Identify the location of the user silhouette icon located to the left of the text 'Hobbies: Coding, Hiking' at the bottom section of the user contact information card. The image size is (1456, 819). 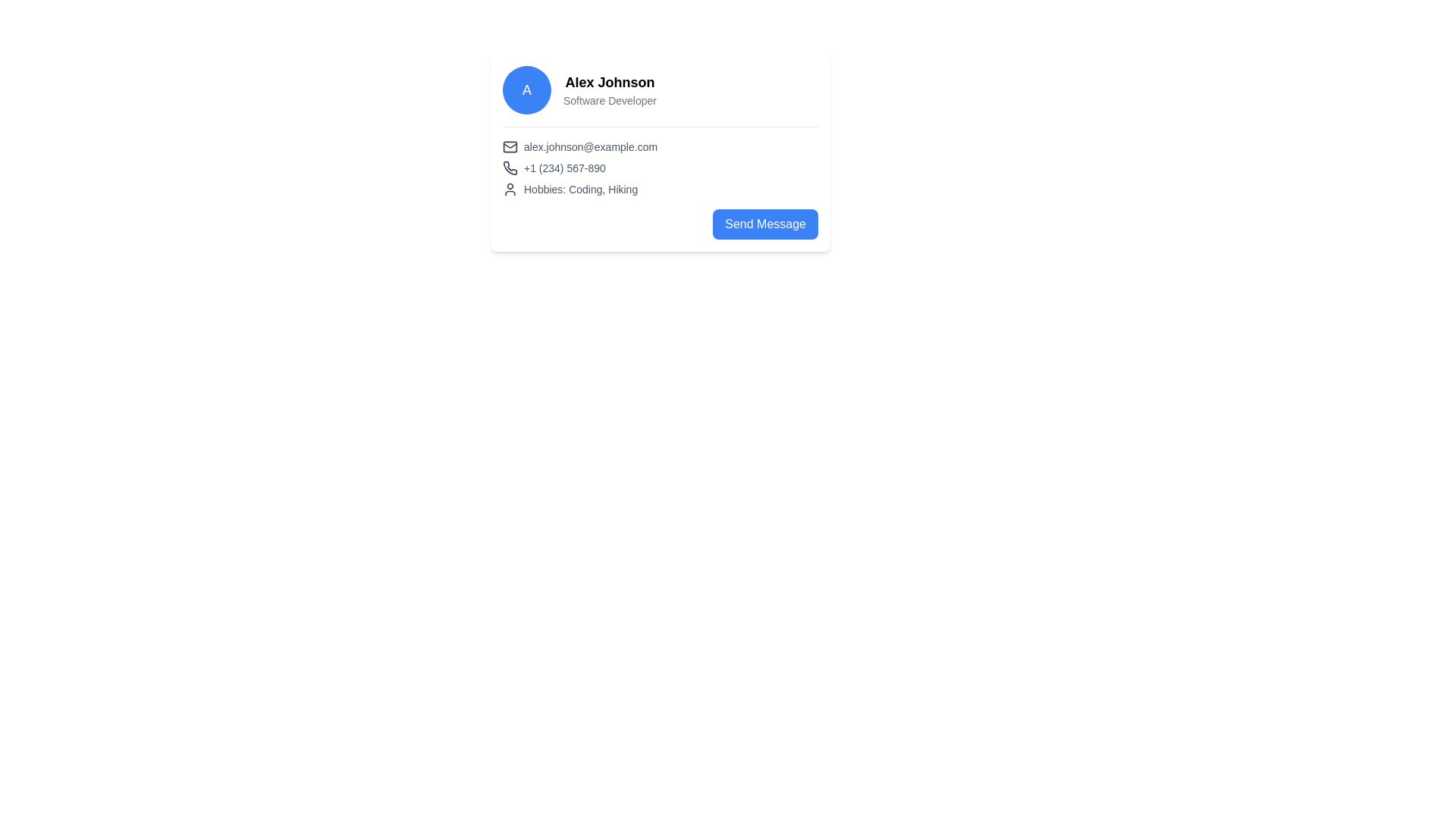
(510, 189).